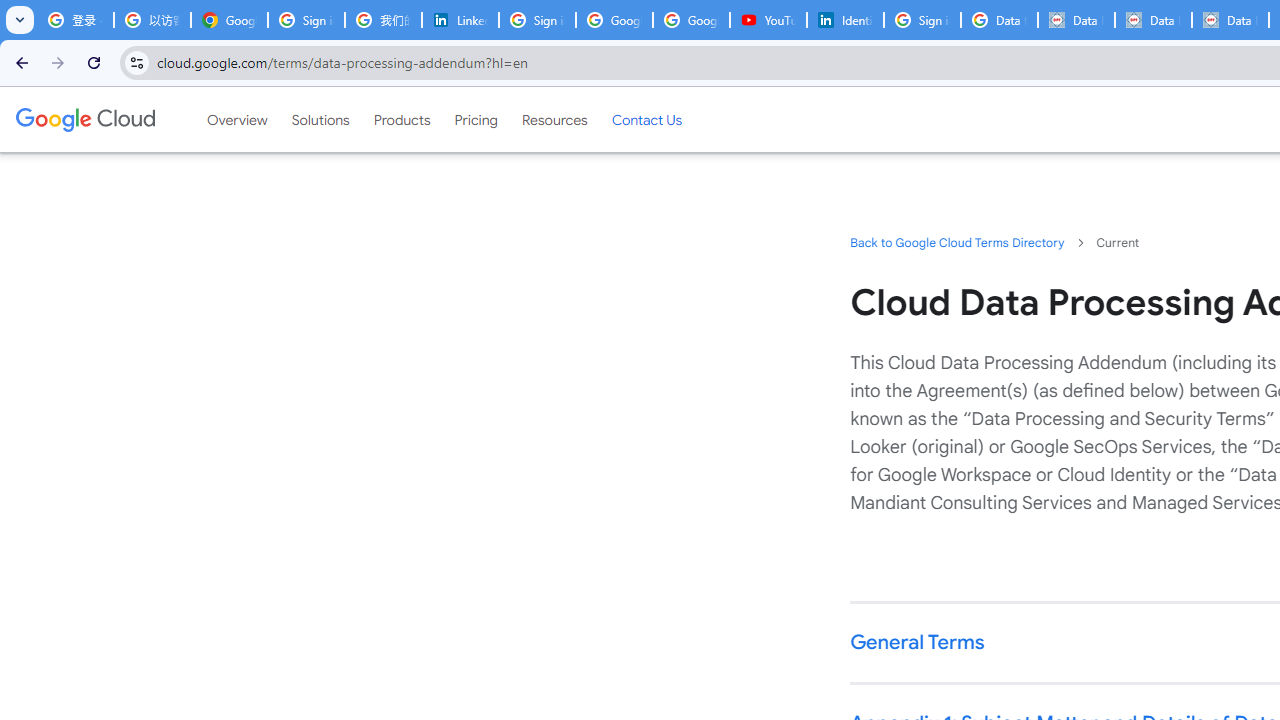 The height and width of the screenshot is (720, 1280). Describe the element at coordinates (459, 20) in the screenshot. I see `'LinkedIn Privacy Policy'` at that location.